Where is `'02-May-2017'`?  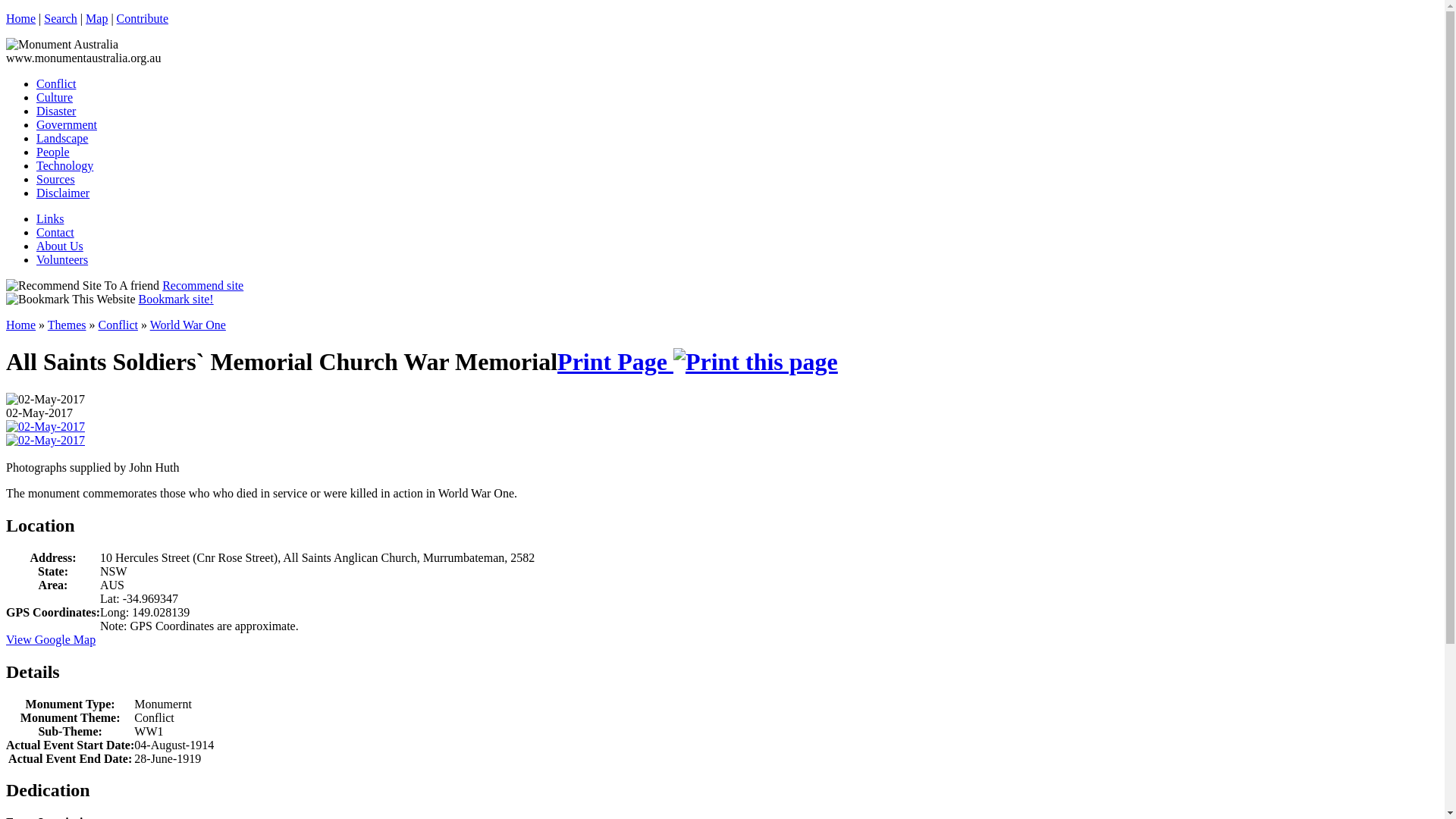 '02-May-2017' is located at coordinates (45, 399).